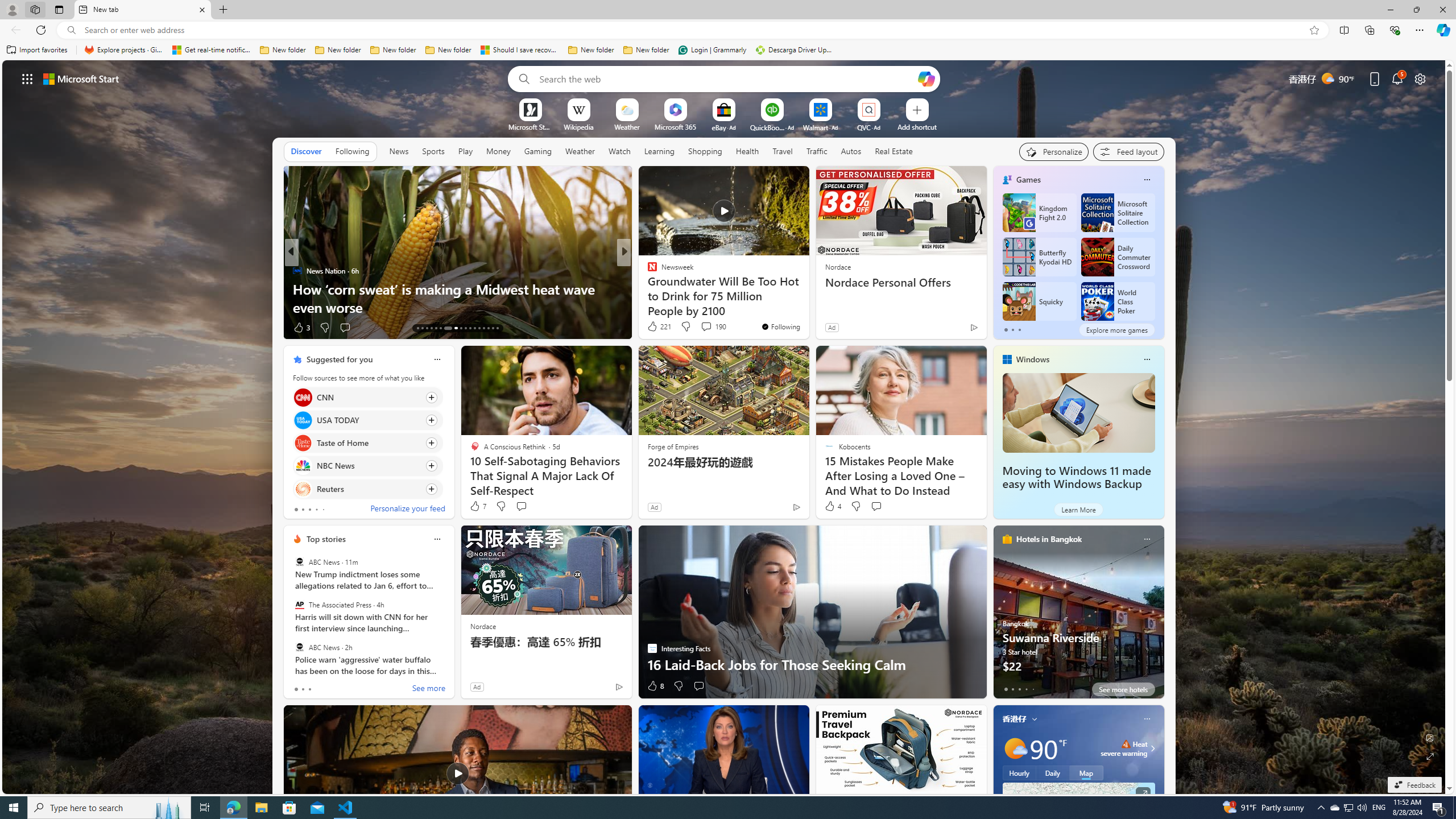  What do you see at coordinates (702, 326) in the screenshot?
I see `'View comments 174 Comment'` at bounding box center [702, 326].